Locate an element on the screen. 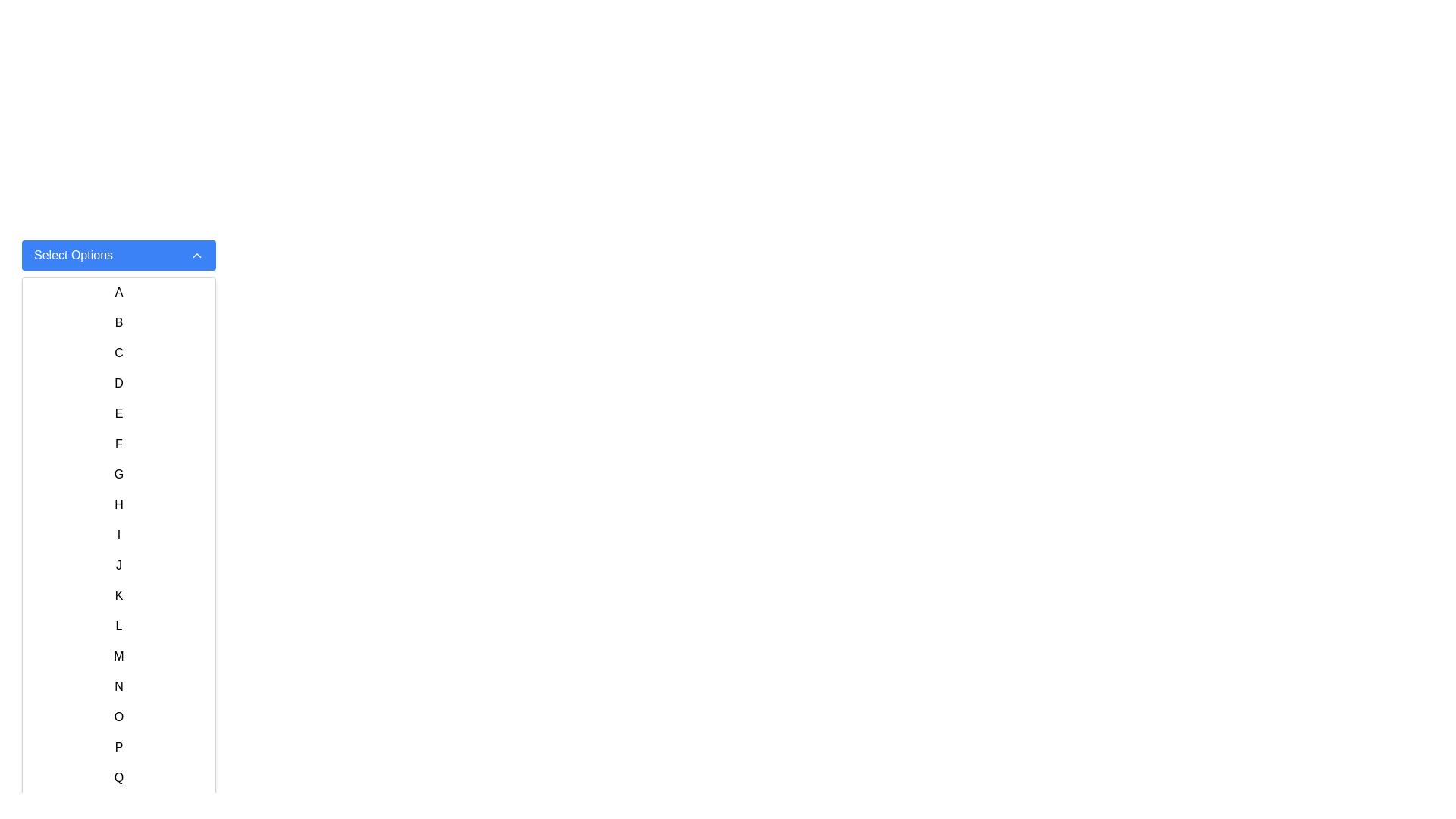 This screenshot has height=819, width=1456. the list item displaying the character 'H' by moving the cursor to its center point for interaction is located at coordinates (118, 505).